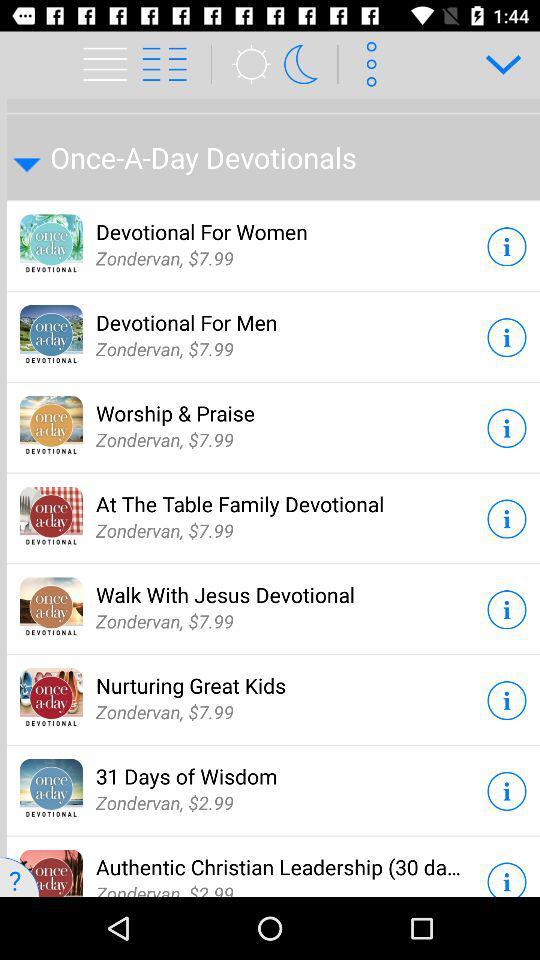  I want to click on the menu icon, so click(98, 51).